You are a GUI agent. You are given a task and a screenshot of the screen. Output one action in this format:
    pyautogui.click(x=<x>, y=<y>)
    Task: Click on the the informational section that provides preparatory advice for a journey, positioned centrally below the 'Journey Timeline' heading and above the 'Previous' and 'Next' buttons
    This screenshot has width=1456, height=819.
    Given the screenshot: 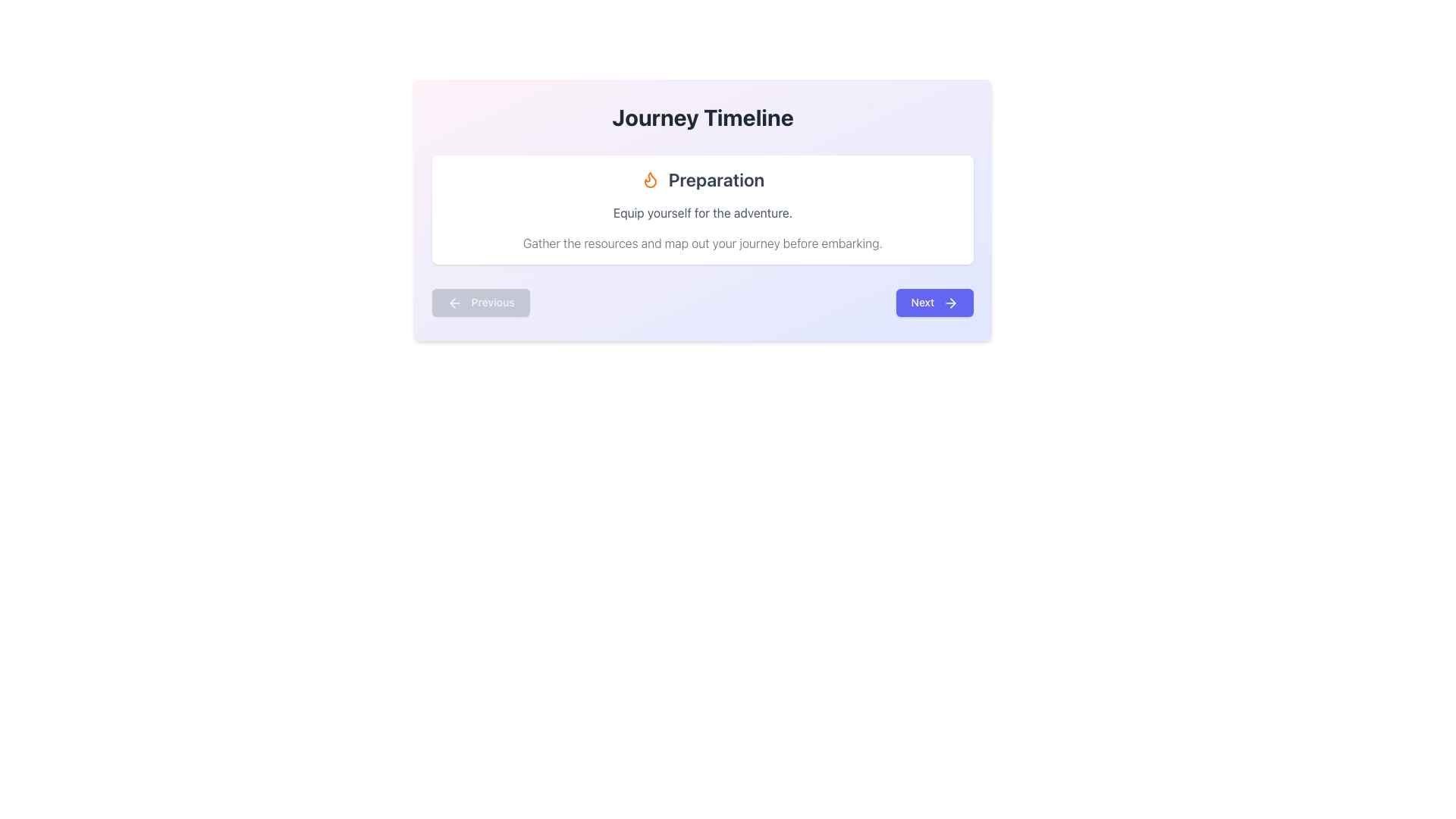 What is the action you would take?
    pyautogui.click(x=701, y=210)
    